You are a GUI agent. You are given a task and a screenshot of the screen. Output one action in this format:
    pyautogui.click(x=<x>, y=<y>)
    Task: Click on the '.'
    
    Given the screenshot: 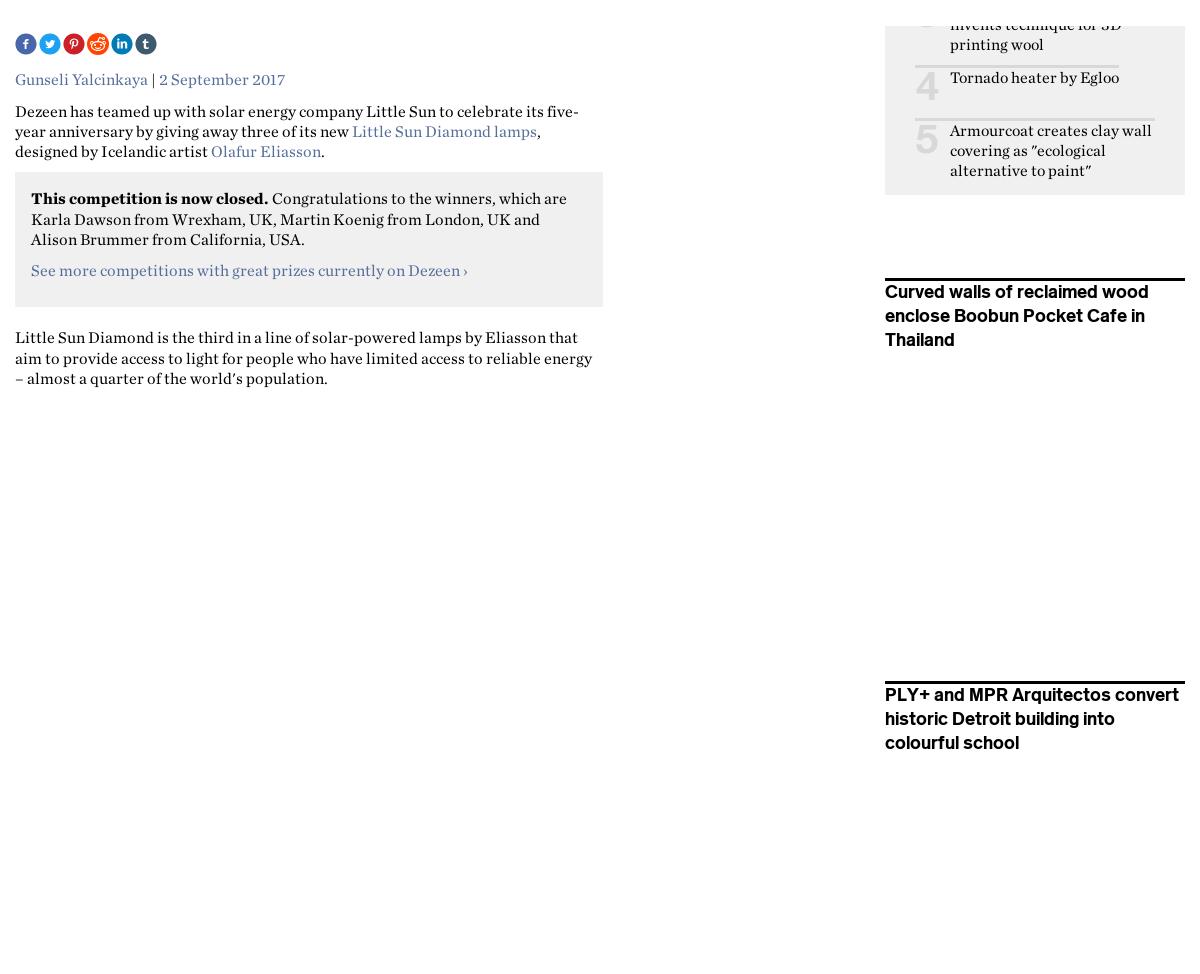 What is the action you would take?
    pyautogui.click(x=323, y=149)
    